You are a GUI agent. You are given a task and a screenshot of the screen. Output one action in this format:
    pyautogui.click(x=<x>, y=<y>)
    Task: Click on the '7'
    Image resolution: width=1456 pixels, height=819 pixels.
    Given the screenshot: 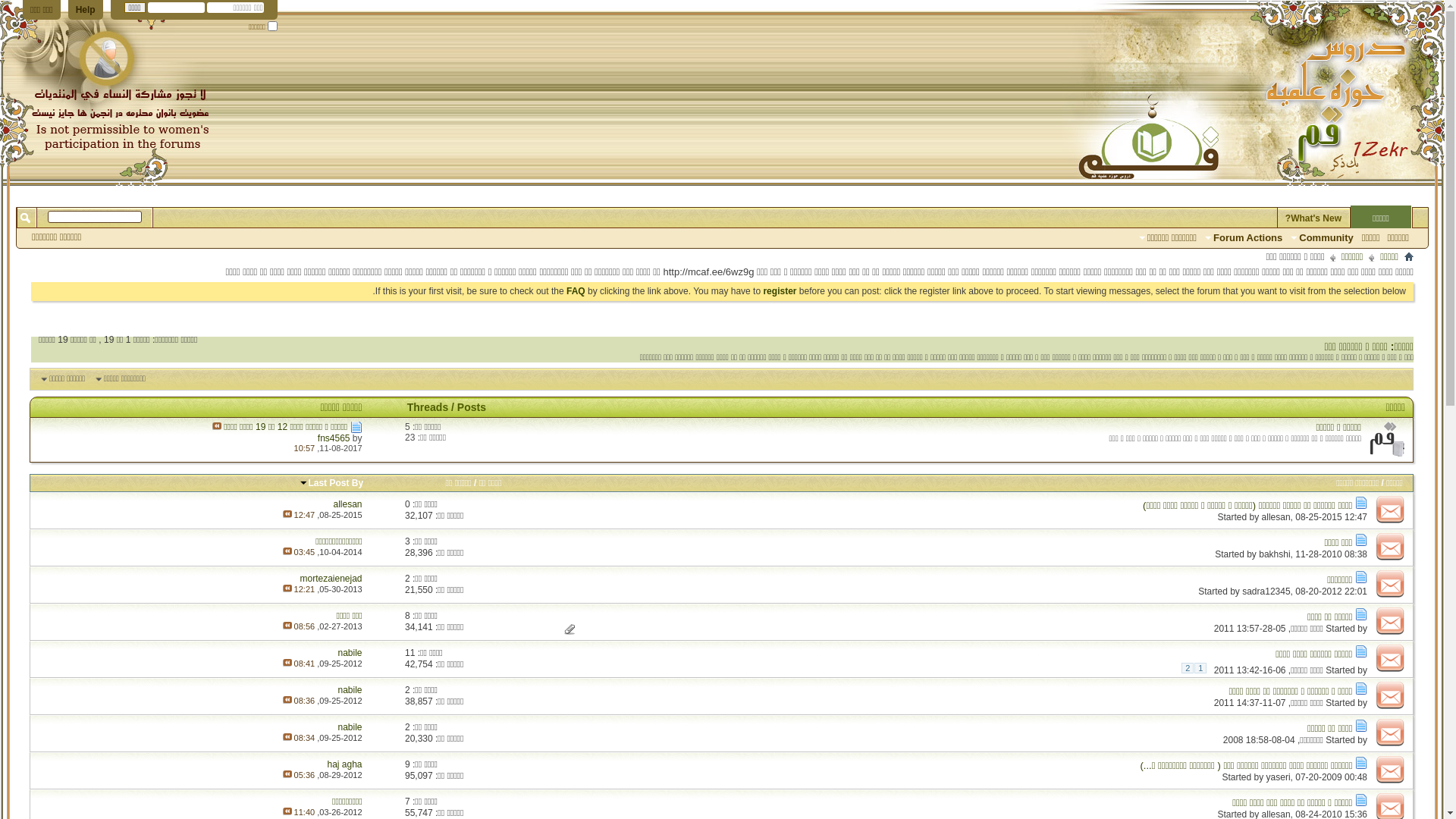 What is the action you would take?
    pyautogui.click(x=407, y=800)
    